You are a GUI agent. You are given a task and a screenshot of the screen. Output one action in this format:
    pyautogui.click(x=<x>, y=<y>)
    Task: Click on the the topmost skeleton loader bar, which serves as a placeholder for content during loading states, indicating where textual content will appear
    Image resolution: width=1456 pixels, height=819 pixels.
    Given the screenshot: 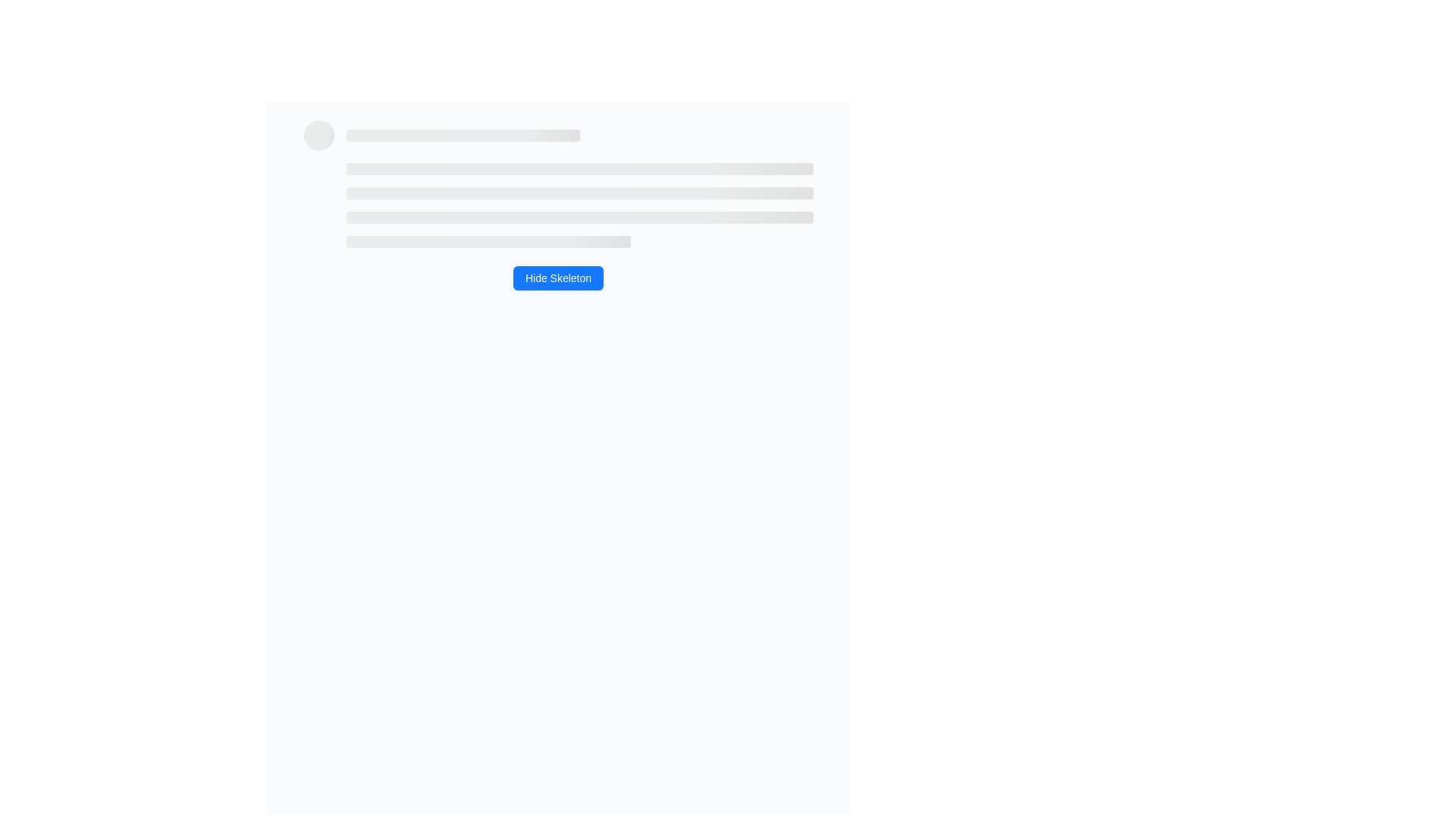 What is the action you would take?
    pyautogui.click(x=579, y=169)
    